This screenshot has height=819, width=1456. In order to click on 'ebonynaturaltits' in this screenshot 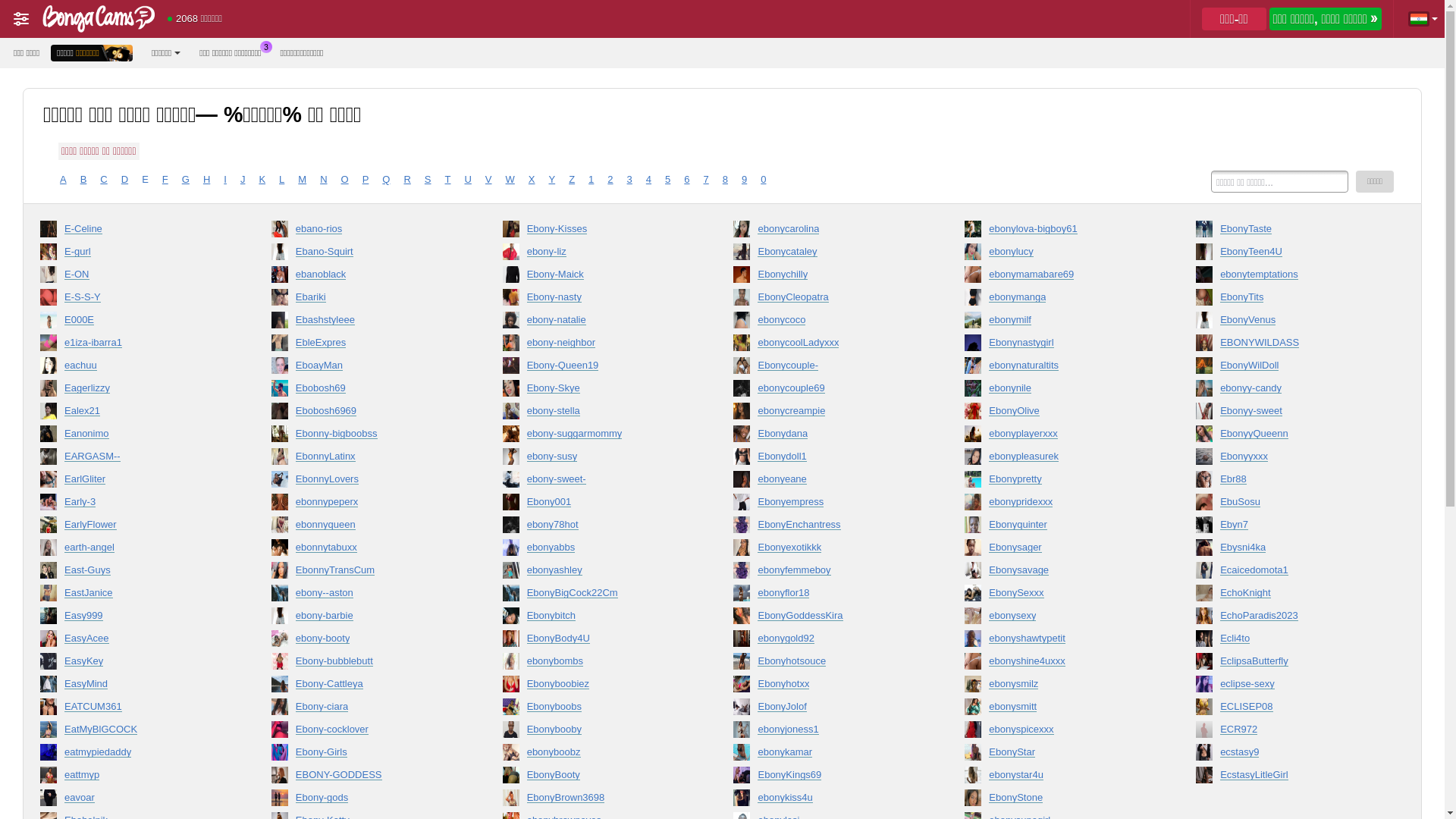, I will do `click(964, 369)`.